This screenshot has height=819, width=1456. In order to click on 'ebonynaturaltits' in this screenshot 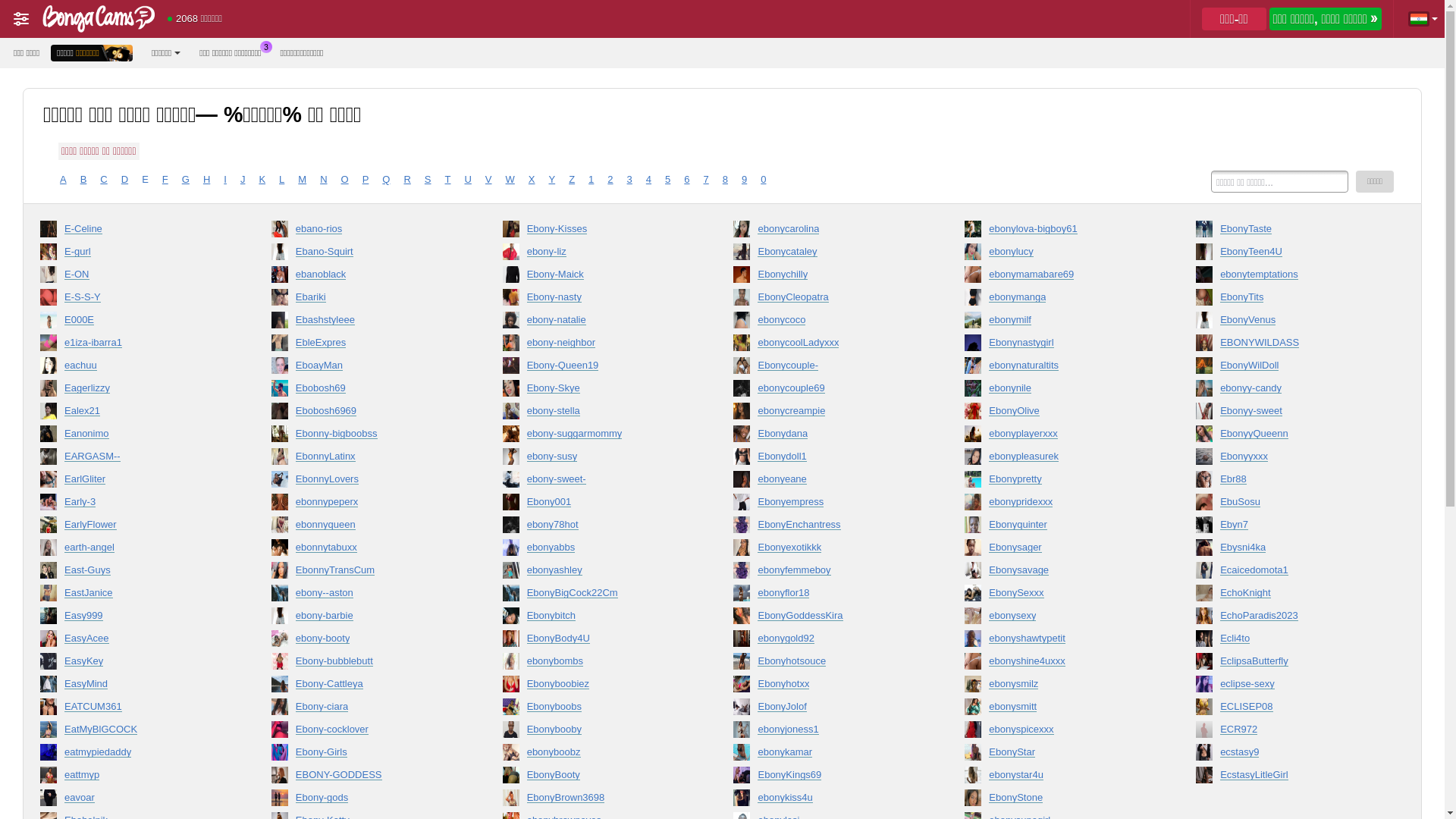, I will do `click(964, 369)`.